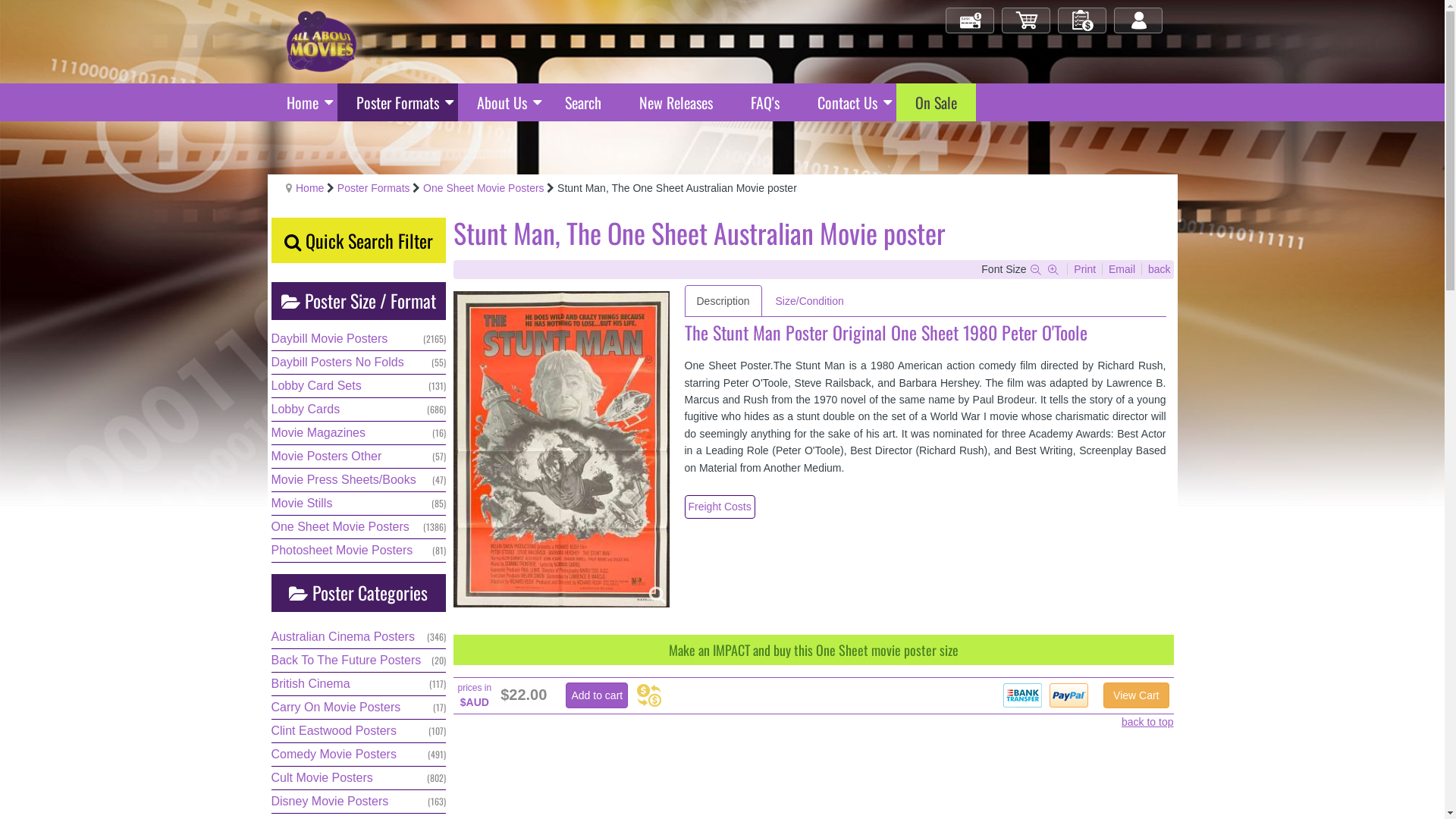 Image resolution: width=1456 pixels, height=819 pixels. Describe the element at coordinates (358, 684) in the screenshot. I see `'British Cinema` at that location.